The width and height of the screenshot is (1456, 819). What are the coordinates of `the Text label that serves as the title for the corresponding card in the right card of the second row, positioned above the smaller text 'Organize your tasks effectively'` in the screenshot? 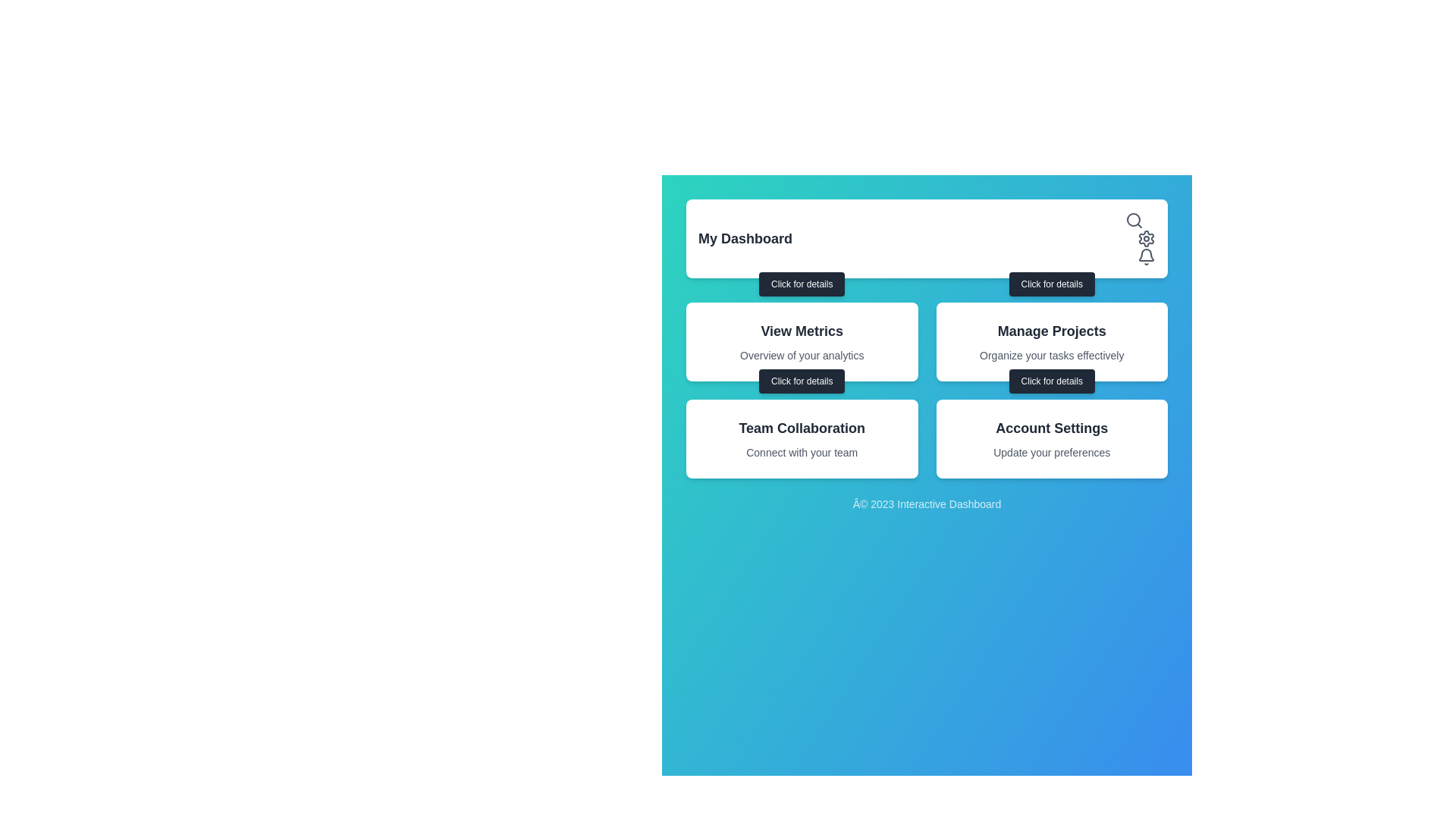 It's located at (1051, 330).